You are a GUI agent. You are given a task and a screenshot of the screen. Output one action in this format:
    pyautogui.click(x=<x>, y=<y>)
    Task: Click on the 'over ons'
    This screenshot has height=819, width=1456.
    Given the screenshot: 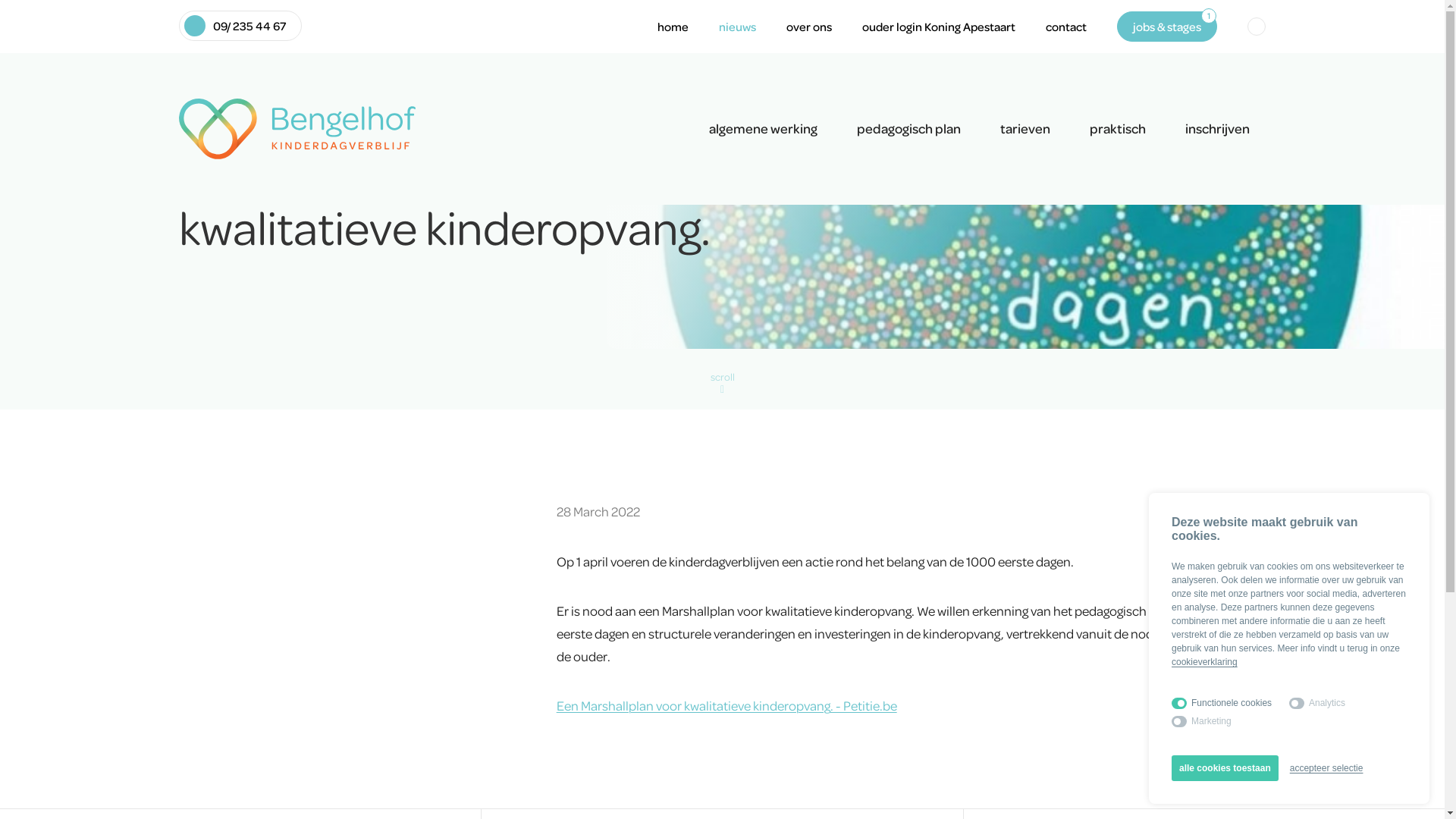 What is the action you would take?
    pyautogui.click(x=808, y=26)
    